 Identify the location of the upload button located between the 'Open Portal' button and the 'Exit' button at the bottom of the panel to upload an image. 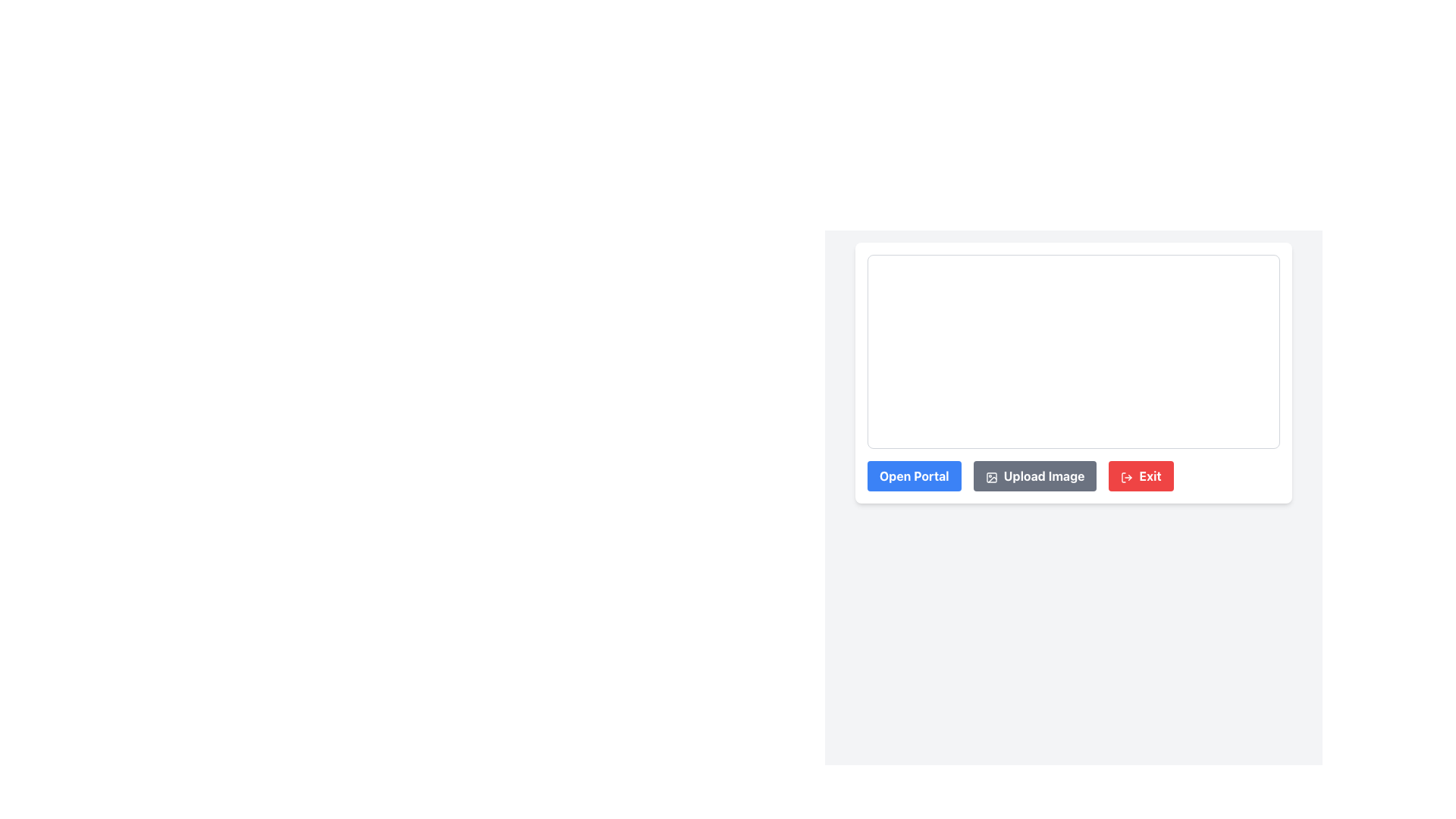
(1034, 475).